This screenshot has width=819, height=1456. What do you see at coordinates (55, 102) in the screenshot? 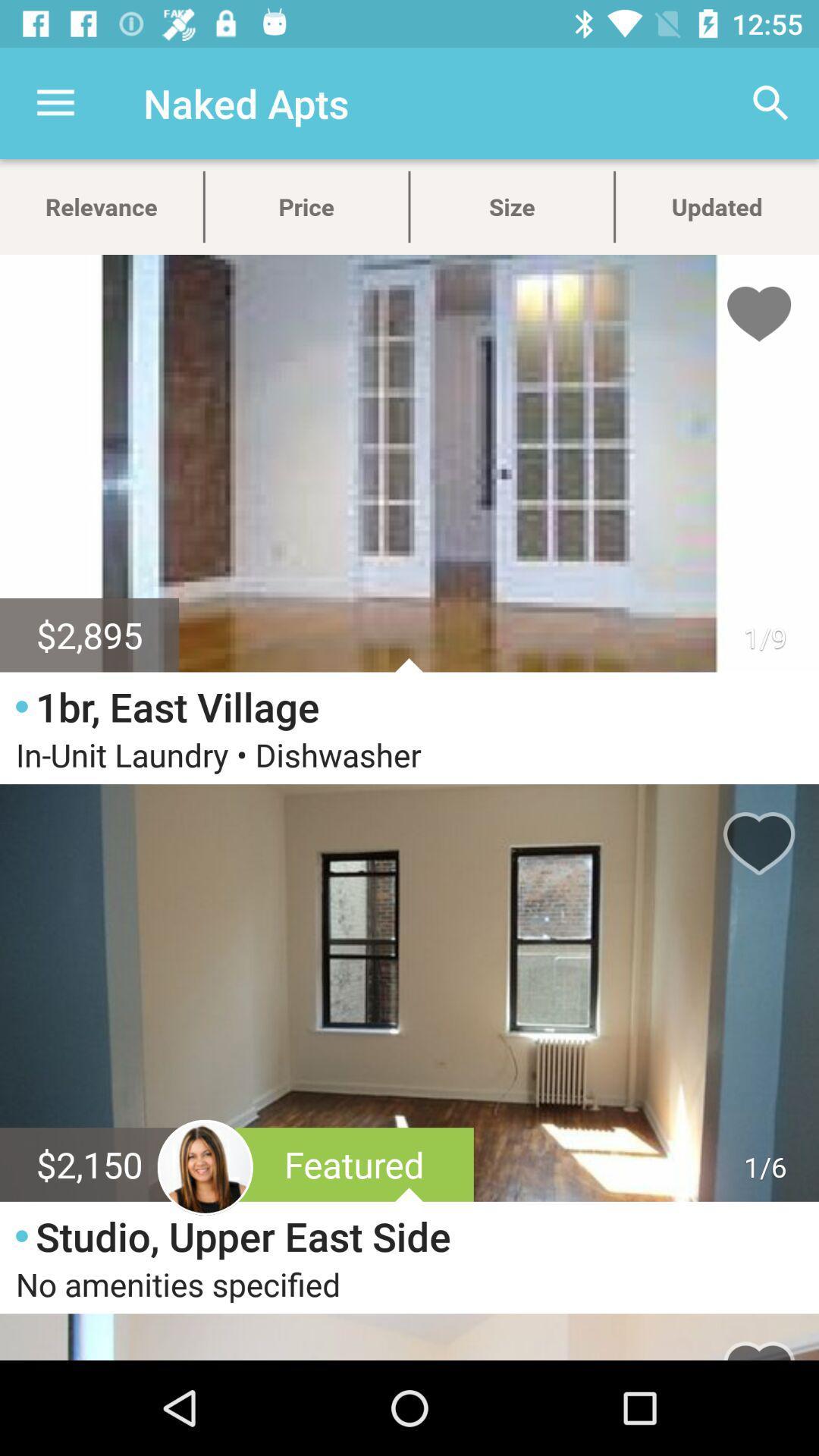
I see `item to the left of the naked apts icon` at bounding box center [55, 102].